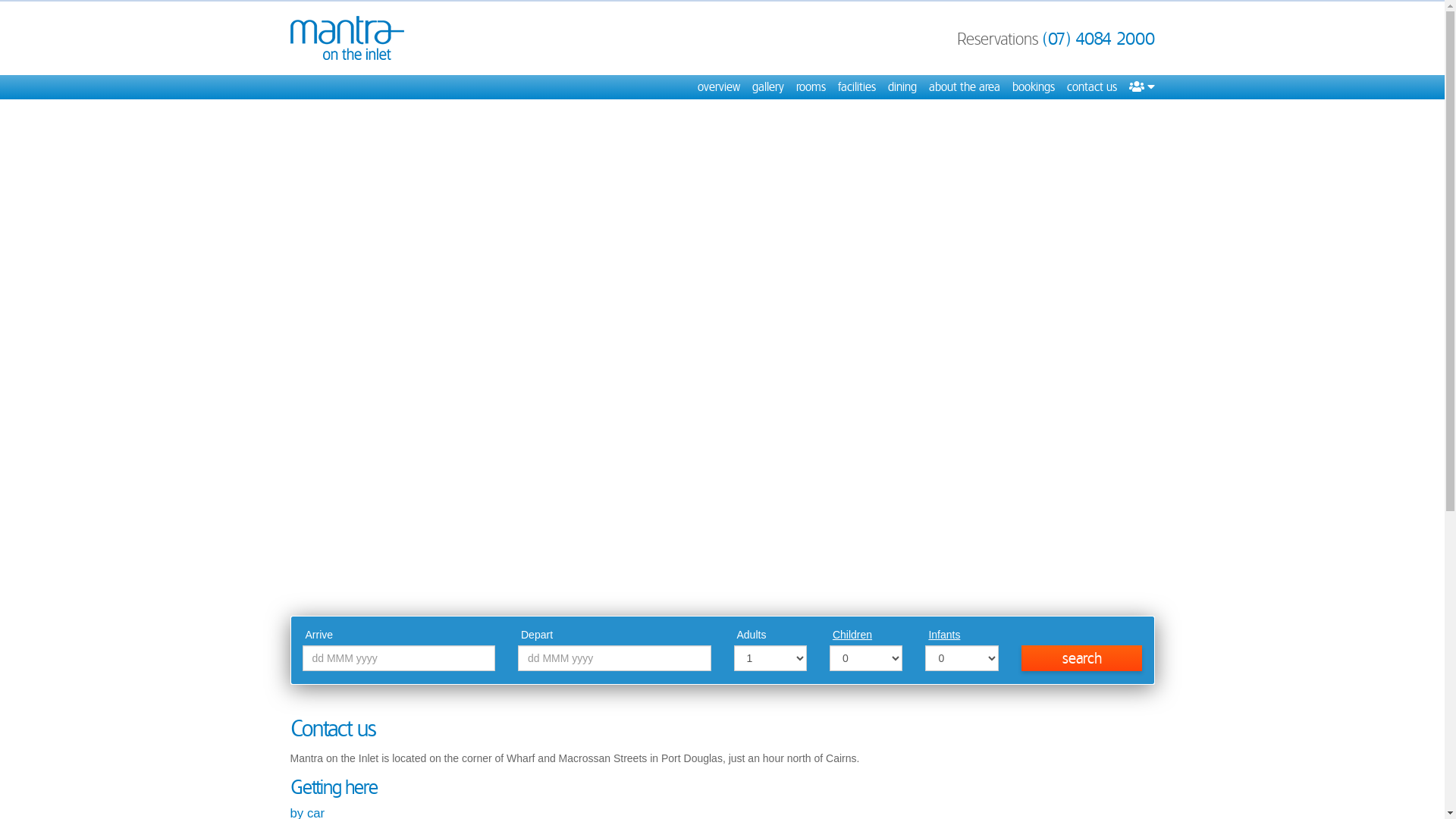  Describe the element at coordinates (1065, 87) in the screenshot. I see `'contact us'` at that location.